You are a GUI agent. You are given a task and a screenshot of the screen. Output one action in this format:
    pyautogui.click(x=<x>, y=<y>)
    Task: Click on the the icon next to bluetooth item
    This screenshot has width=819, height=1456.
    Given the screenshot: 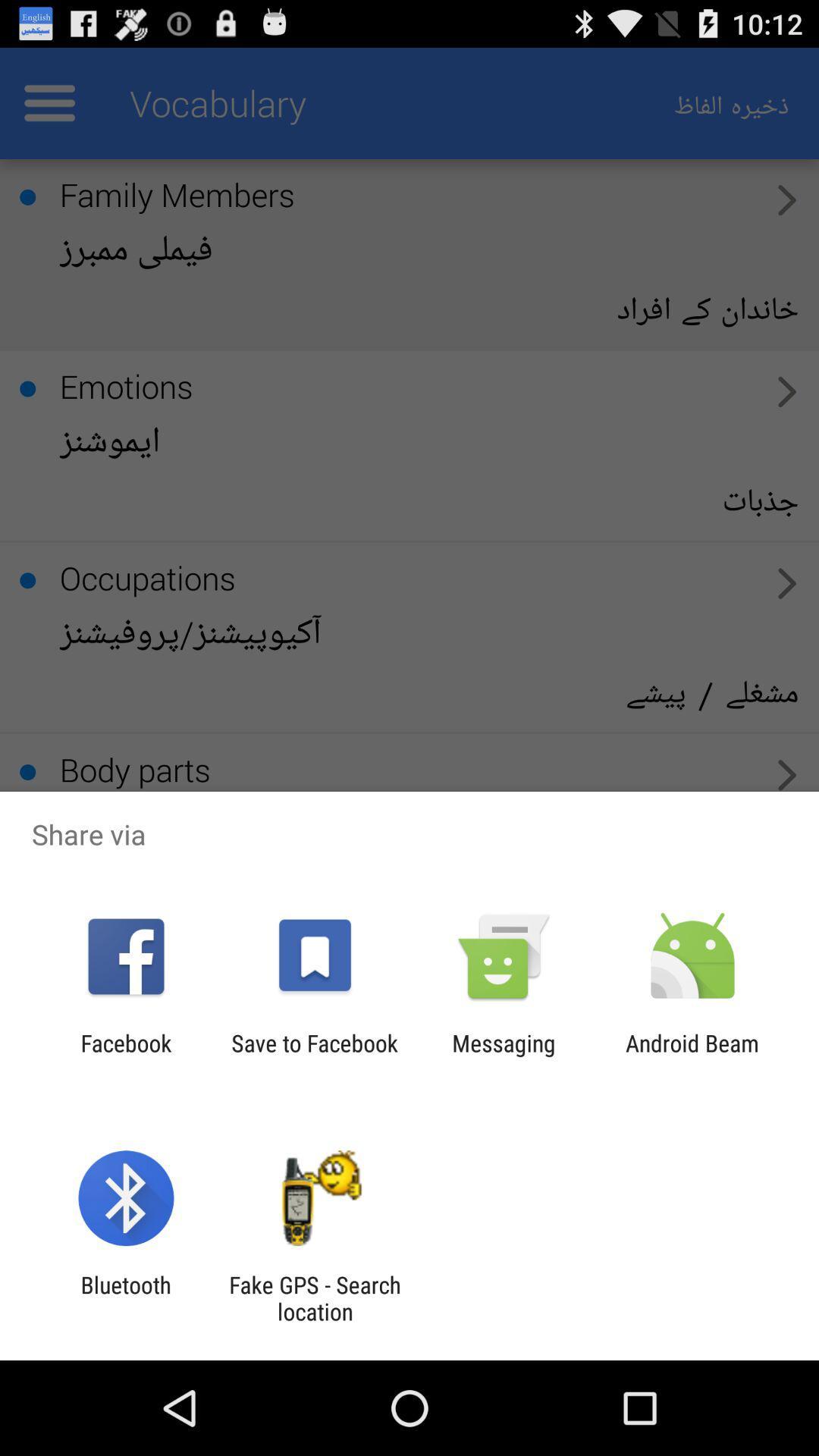 What is the action you would take?
    pyautogui.click(x=314, y=1298)
    